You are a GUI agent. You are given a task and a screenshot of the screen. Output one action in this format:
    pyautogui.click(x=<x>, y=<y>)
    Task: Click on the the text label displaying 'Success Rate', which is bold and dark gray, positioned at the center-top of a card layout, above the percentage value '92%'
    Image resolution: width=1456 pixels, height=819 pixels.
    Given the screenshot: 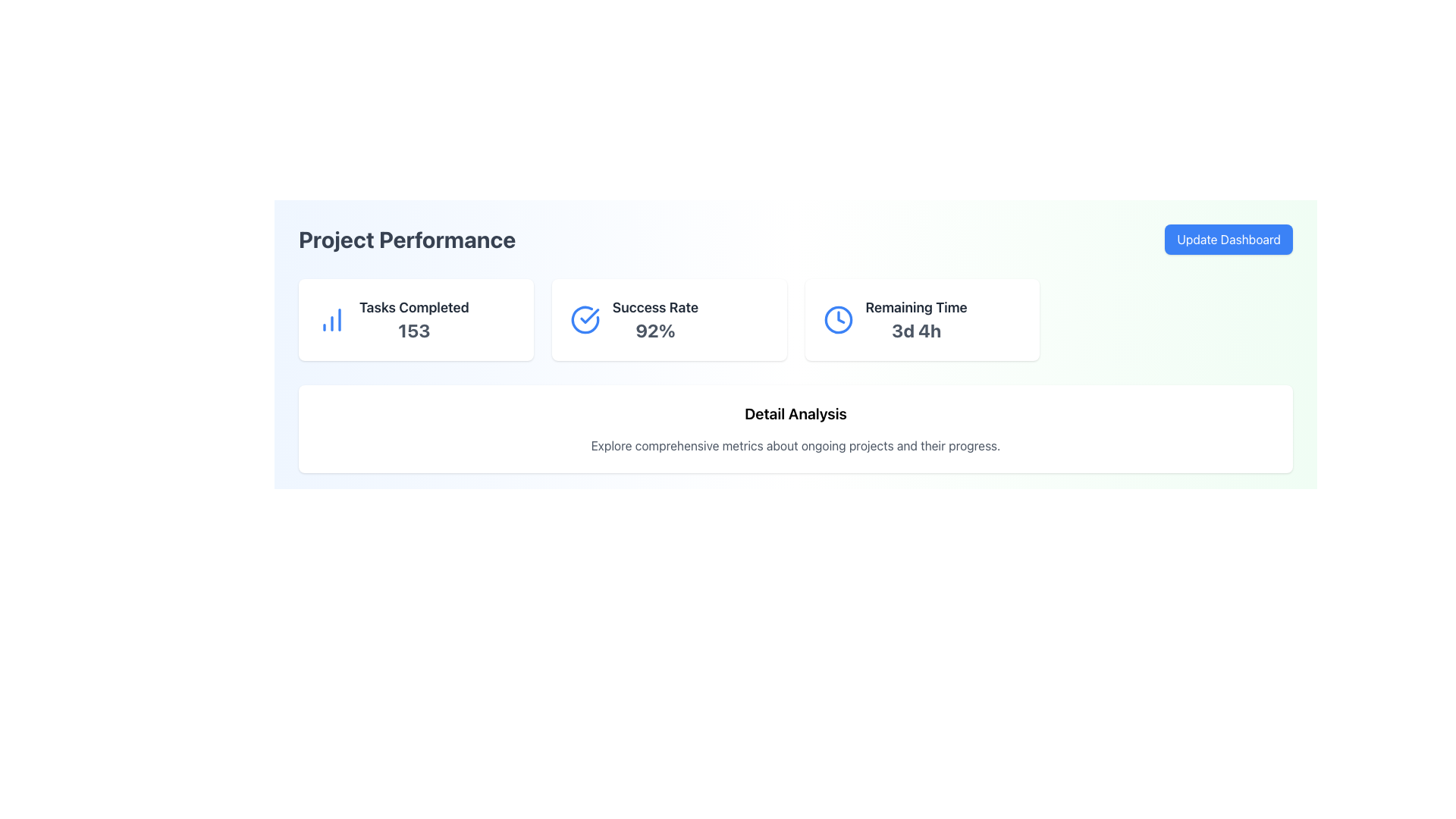 What is the action you would take?
    pyautogui.click(x=655, y=307)
    